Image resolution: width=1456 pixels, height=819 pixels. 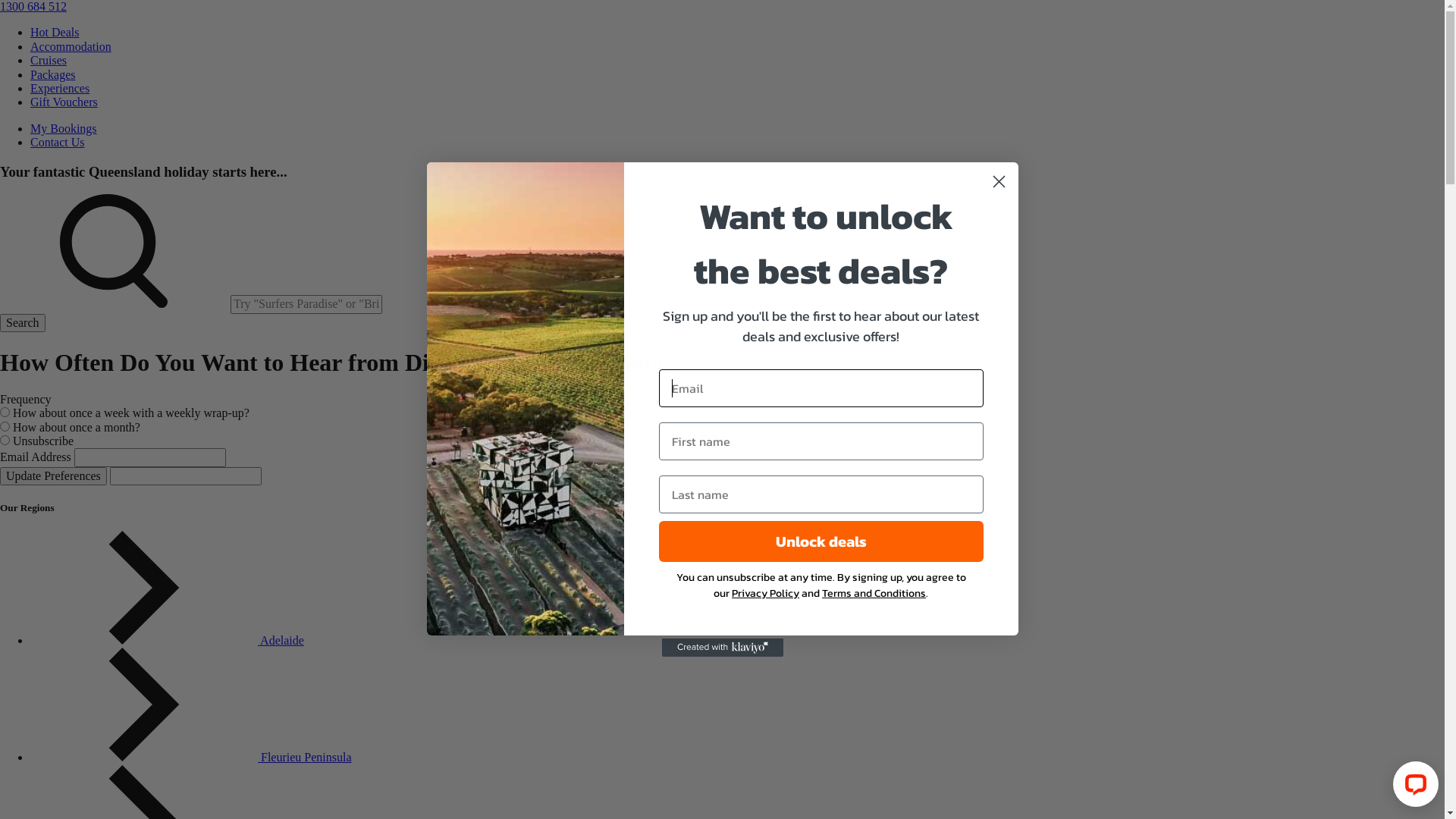 What do you see at coordinates (53, 475) in the screenshot?
I see `'Update Preferences'` at bounding box center [53, 475].